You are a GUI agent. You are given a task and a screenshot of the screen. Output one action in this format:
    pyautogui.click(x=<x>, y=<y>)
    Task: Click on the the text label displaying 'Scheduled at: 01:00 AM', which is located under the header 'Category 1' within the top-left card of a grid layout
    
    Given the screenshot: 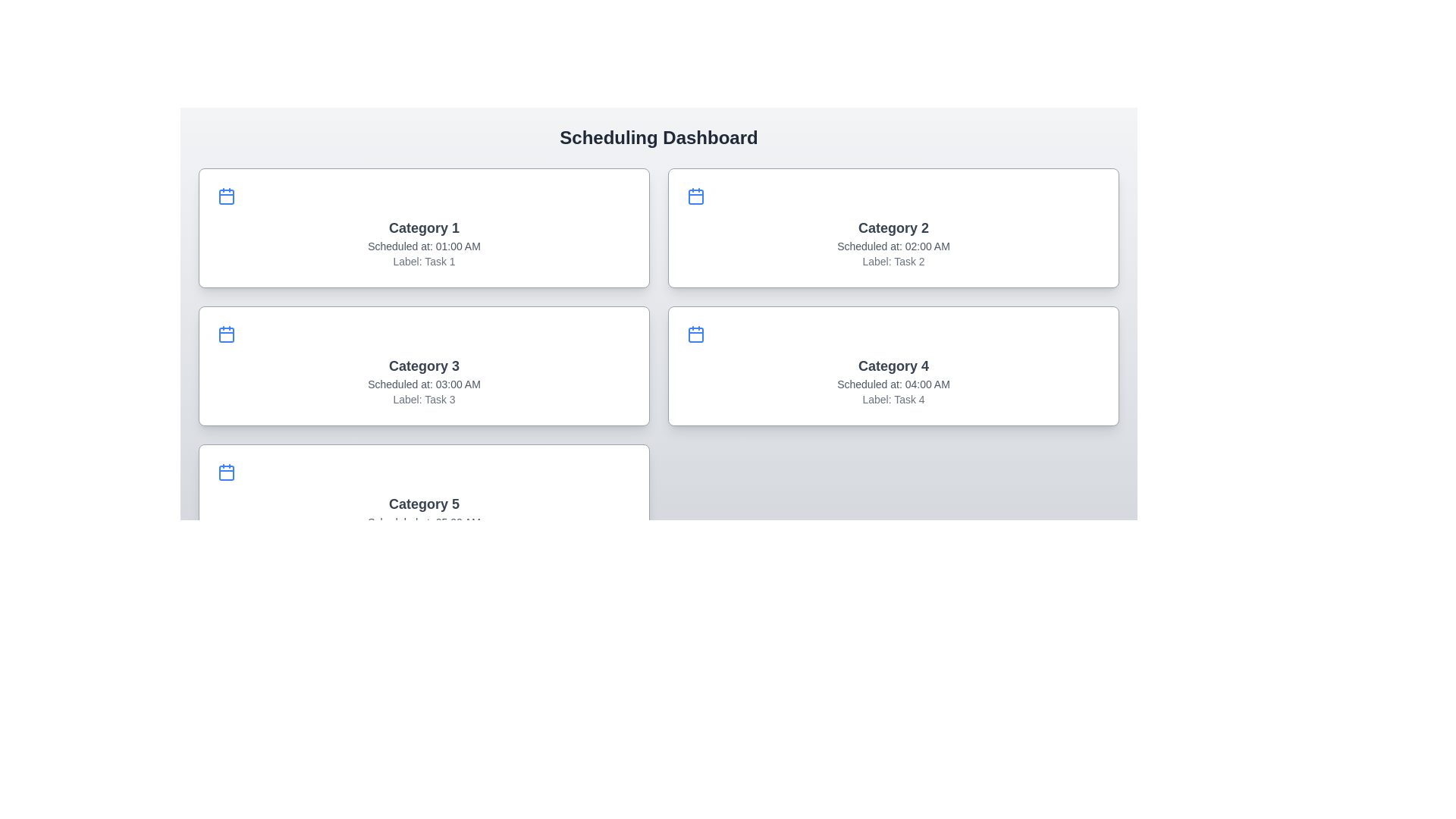 What is the action you would take?
    pyautogui.click(x=424, y=245)
    